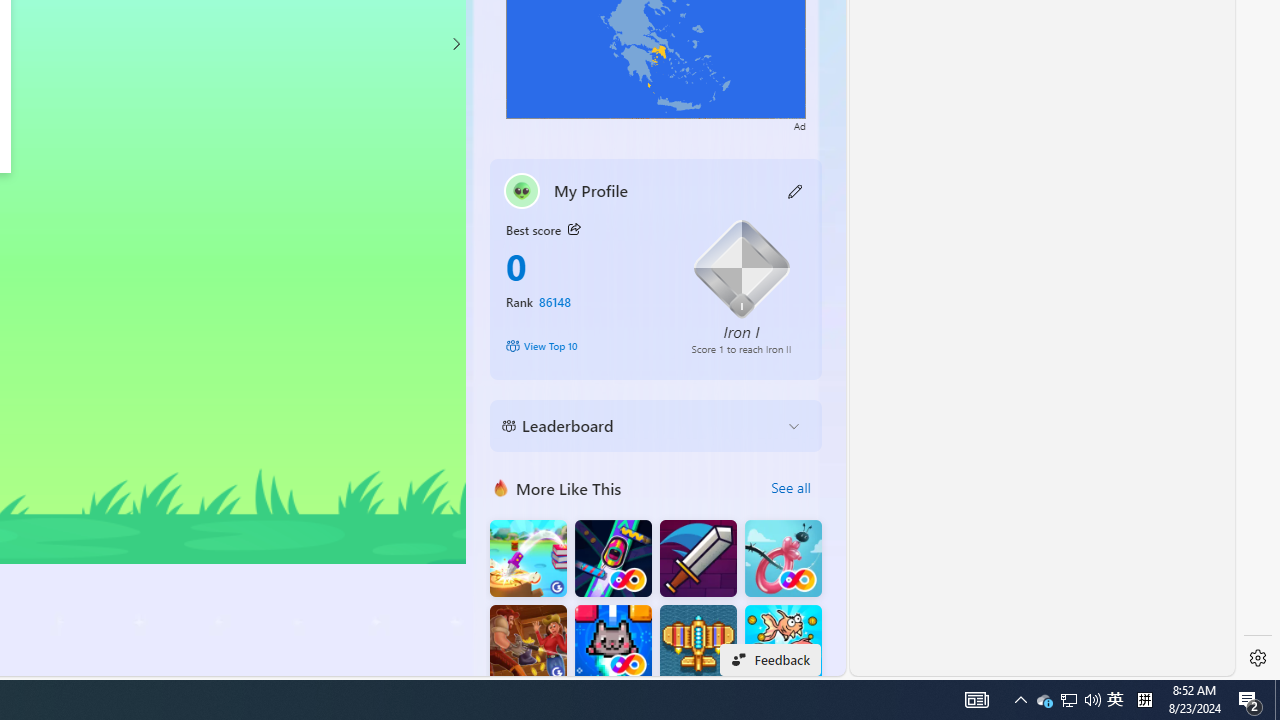 This screenshot has width=1280, height=720. What do you see at coordinates (790, 488) in the screenshot?
I see `'See all'` at bounding box center [790, 488].